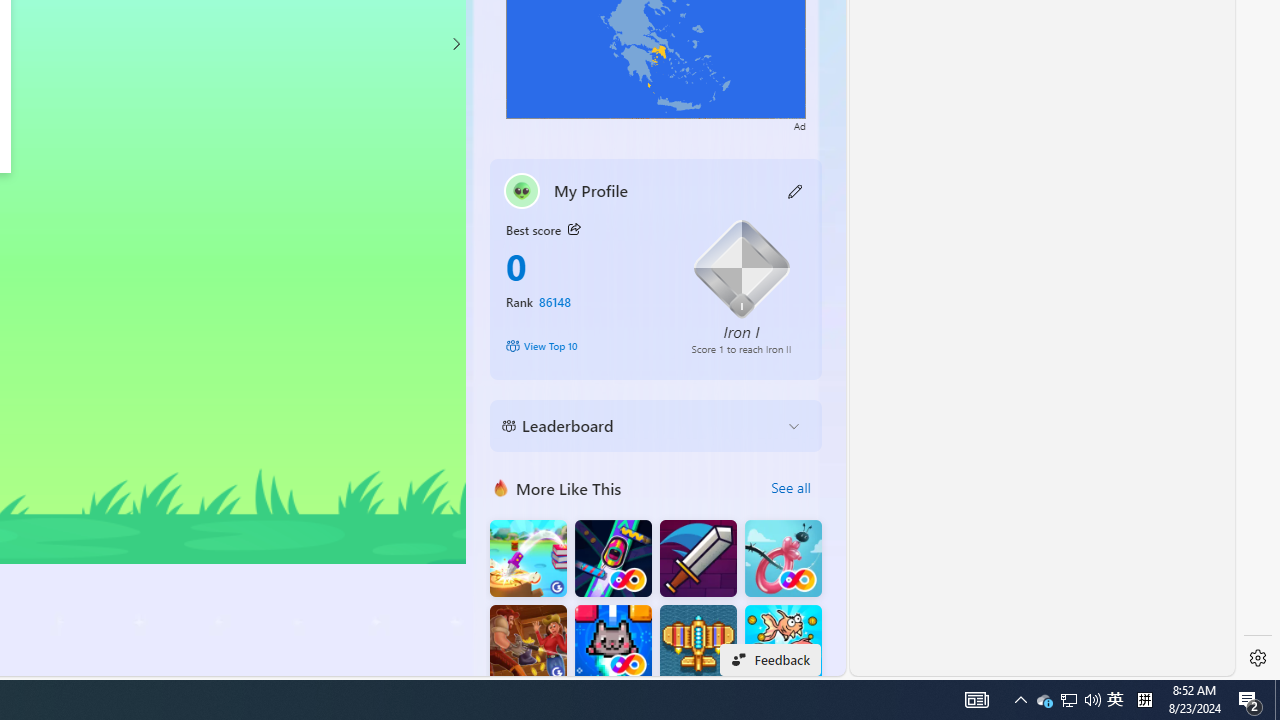 This screenshot has width=1280, height=720. What do you see at coordinates (790, 488) in the screenshot?
I see `'See all'` at bounding box center [790, 488].